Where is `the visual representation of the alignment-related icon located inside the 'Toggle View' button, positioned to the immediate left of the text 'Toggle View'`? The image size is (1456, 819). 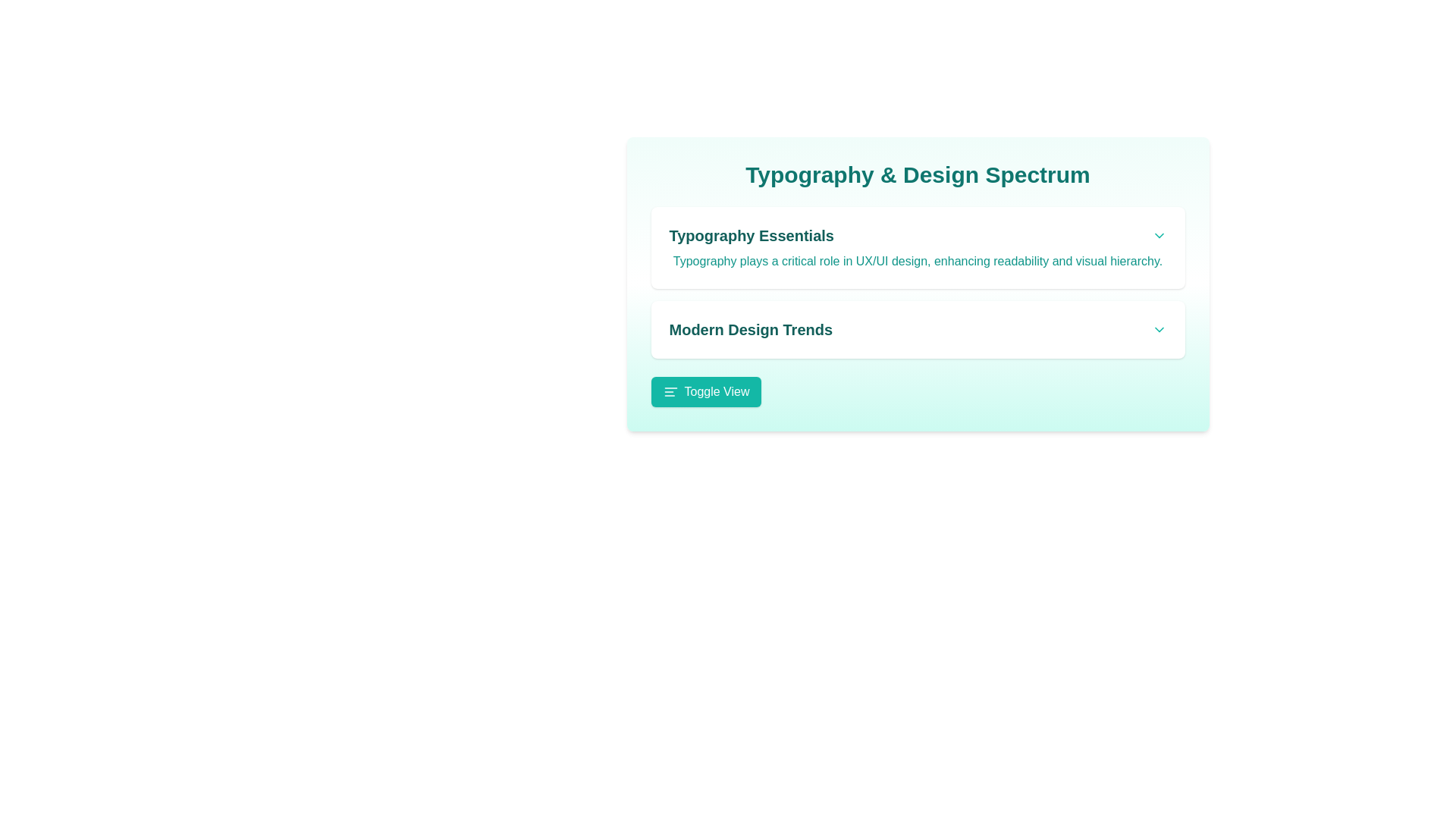
the visual representation of the alignment-related icon located inside the 'Toggle View' button, positioned to the immediate left of the text 'Toggle View' is located at coordinates (670, 391).